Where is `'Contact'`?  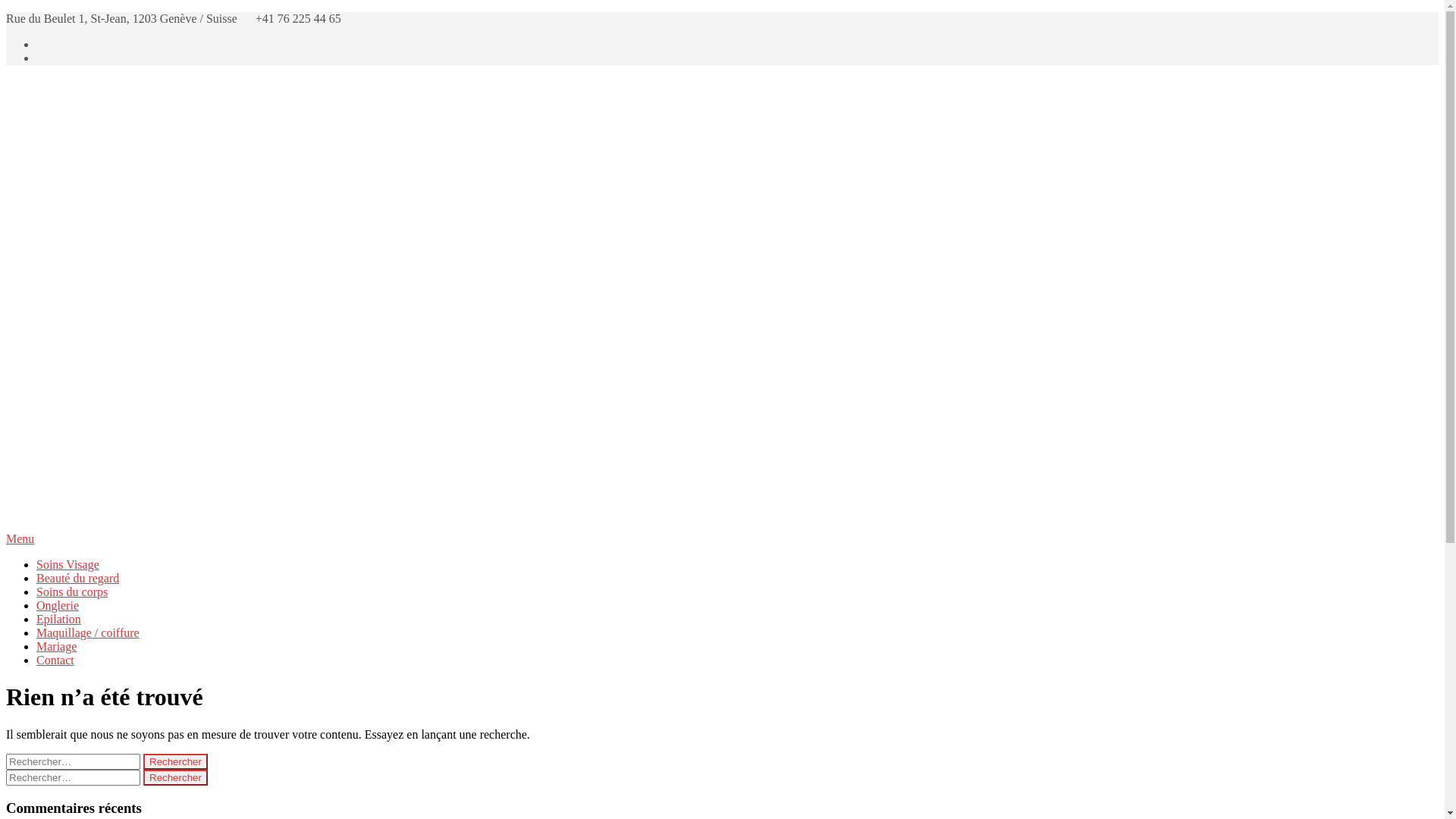
'Contact' is located at coordinates (36, 659).